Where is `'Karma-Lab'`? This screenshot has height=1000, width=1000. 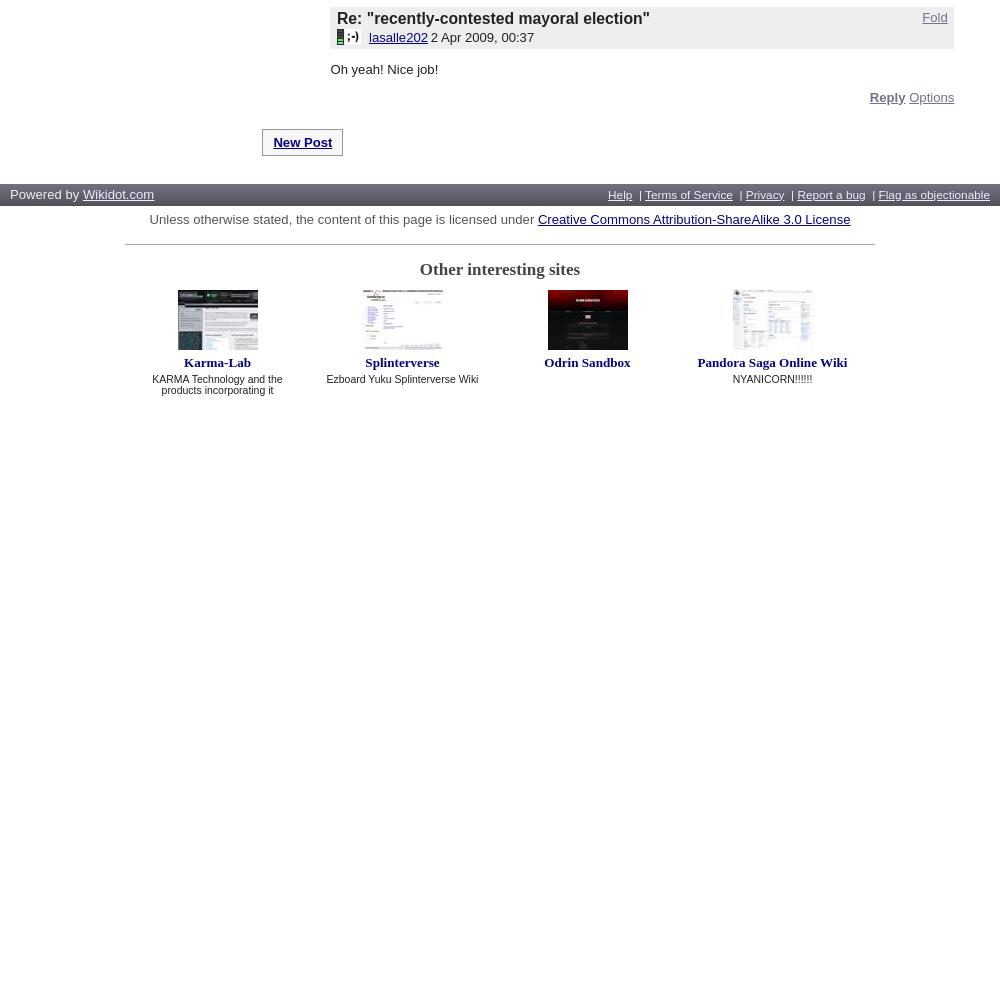
'Karma-Lab' is located at coordinates (216, 360).